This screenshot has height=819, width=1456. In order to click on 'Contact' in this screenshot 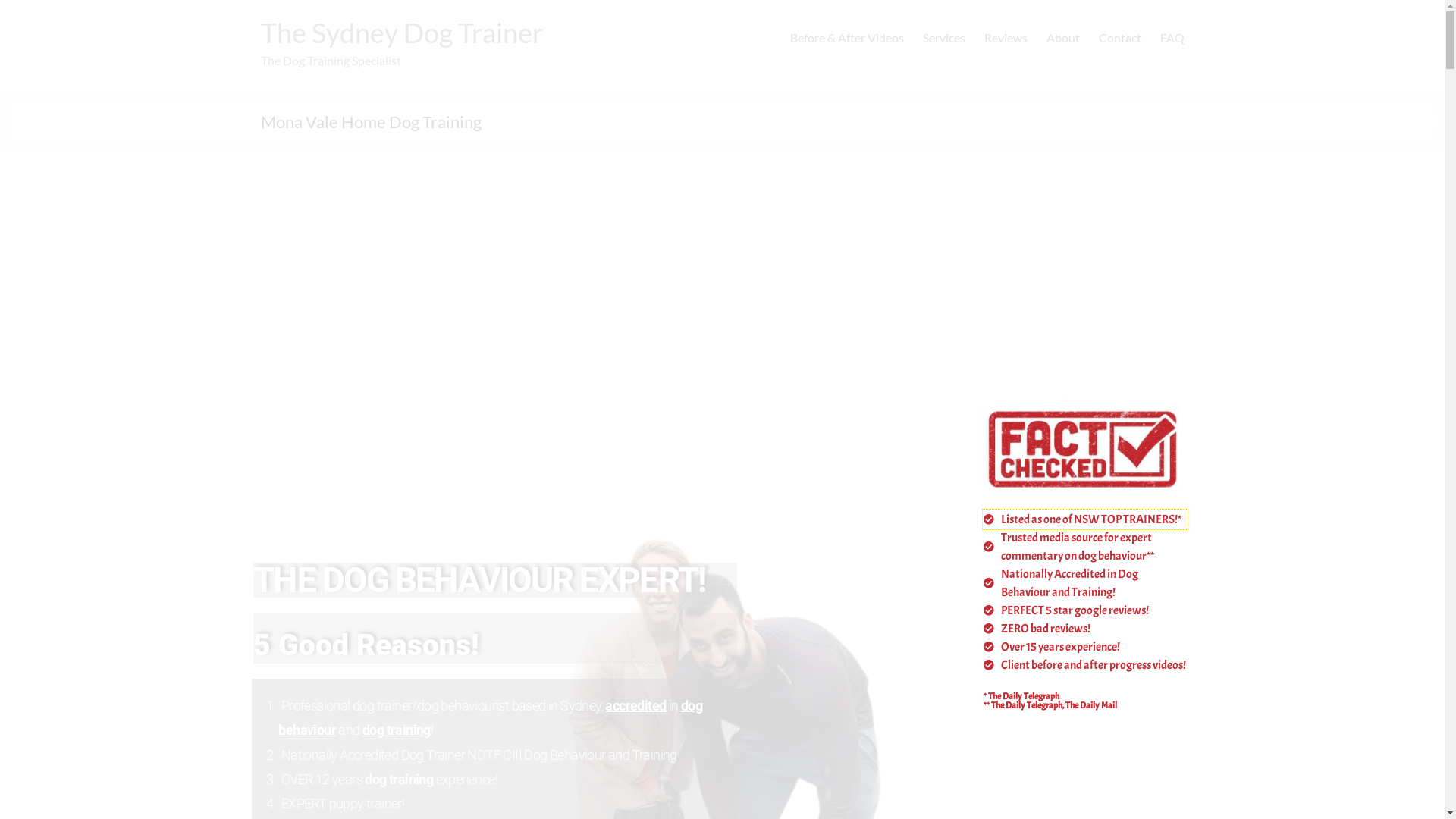, I will do `click(1119, 37)`.